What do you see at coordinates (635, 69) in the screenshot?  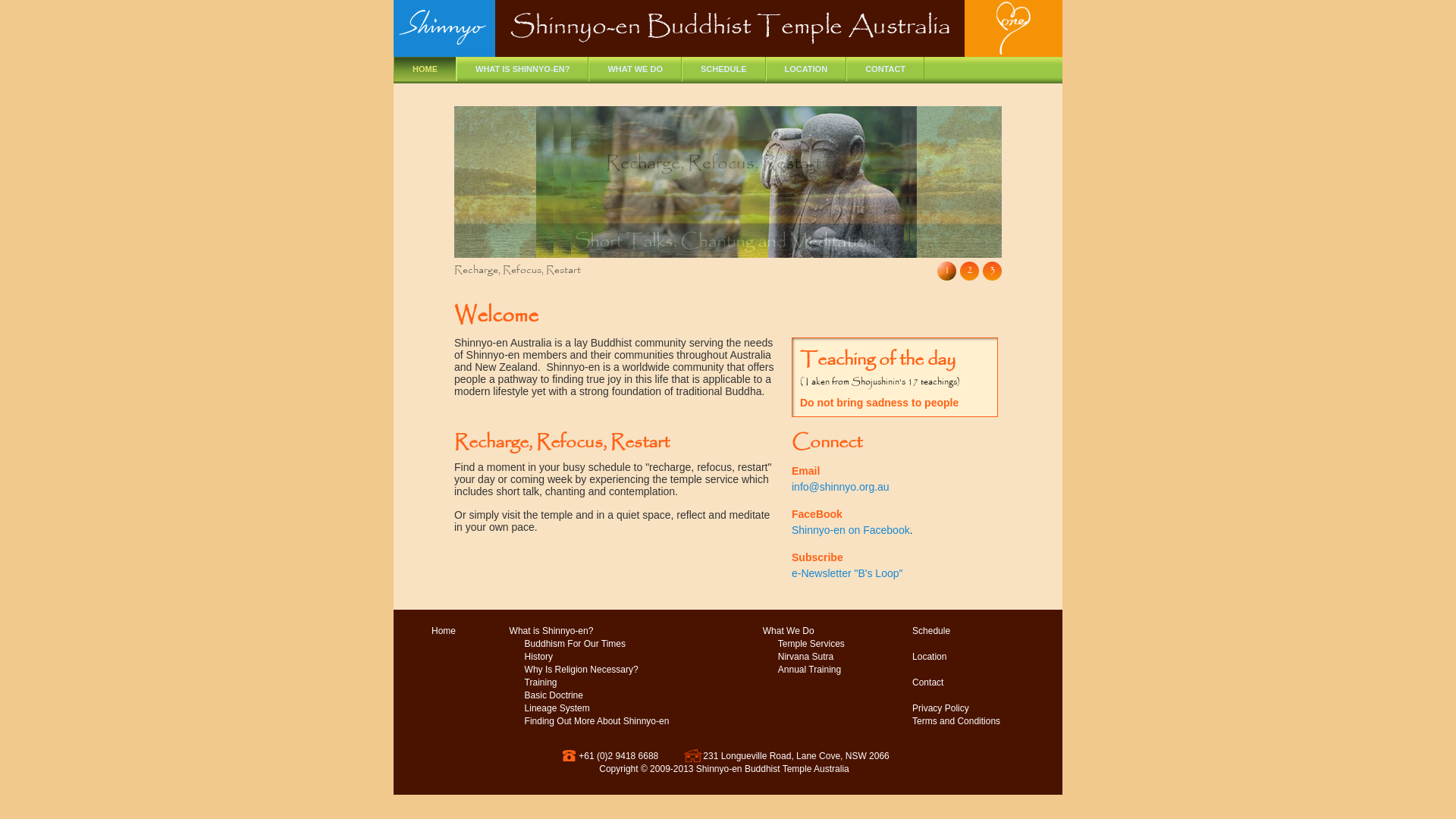 I see `'WHAT WE DO'` at bounding box center [635, 69].